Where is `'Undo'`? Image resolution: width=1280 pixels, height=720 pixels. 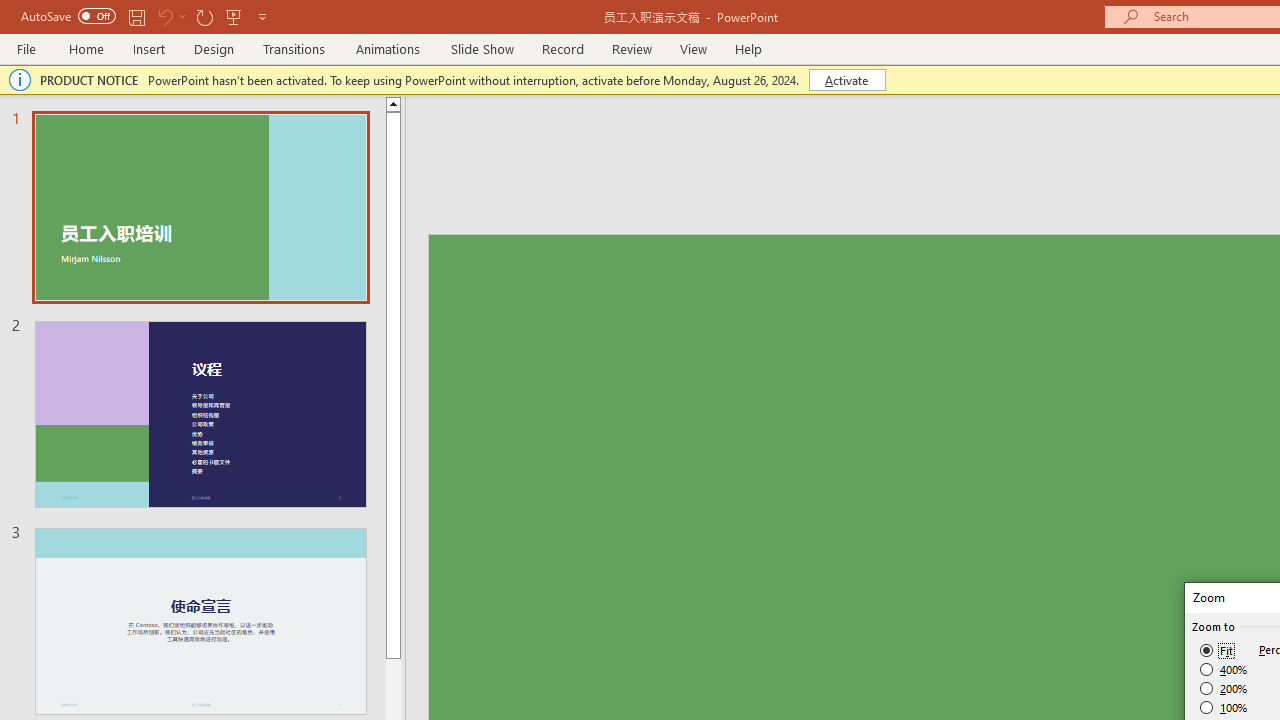
'Undo' is located at coordinates (164, 16).